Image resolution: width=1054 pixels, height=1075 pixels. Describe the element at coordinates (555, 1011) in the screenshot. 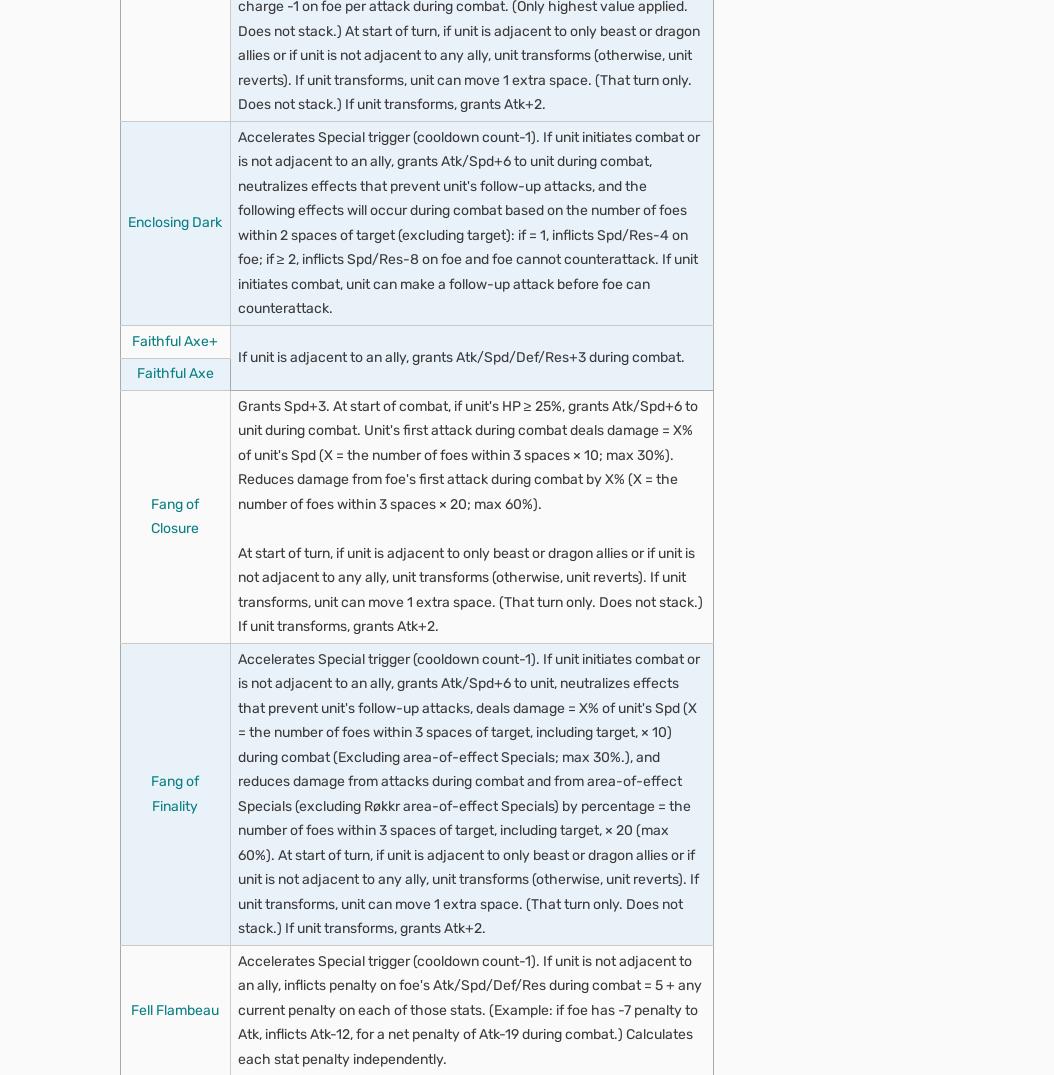

I see `'Temporary debuffs'` at that location.